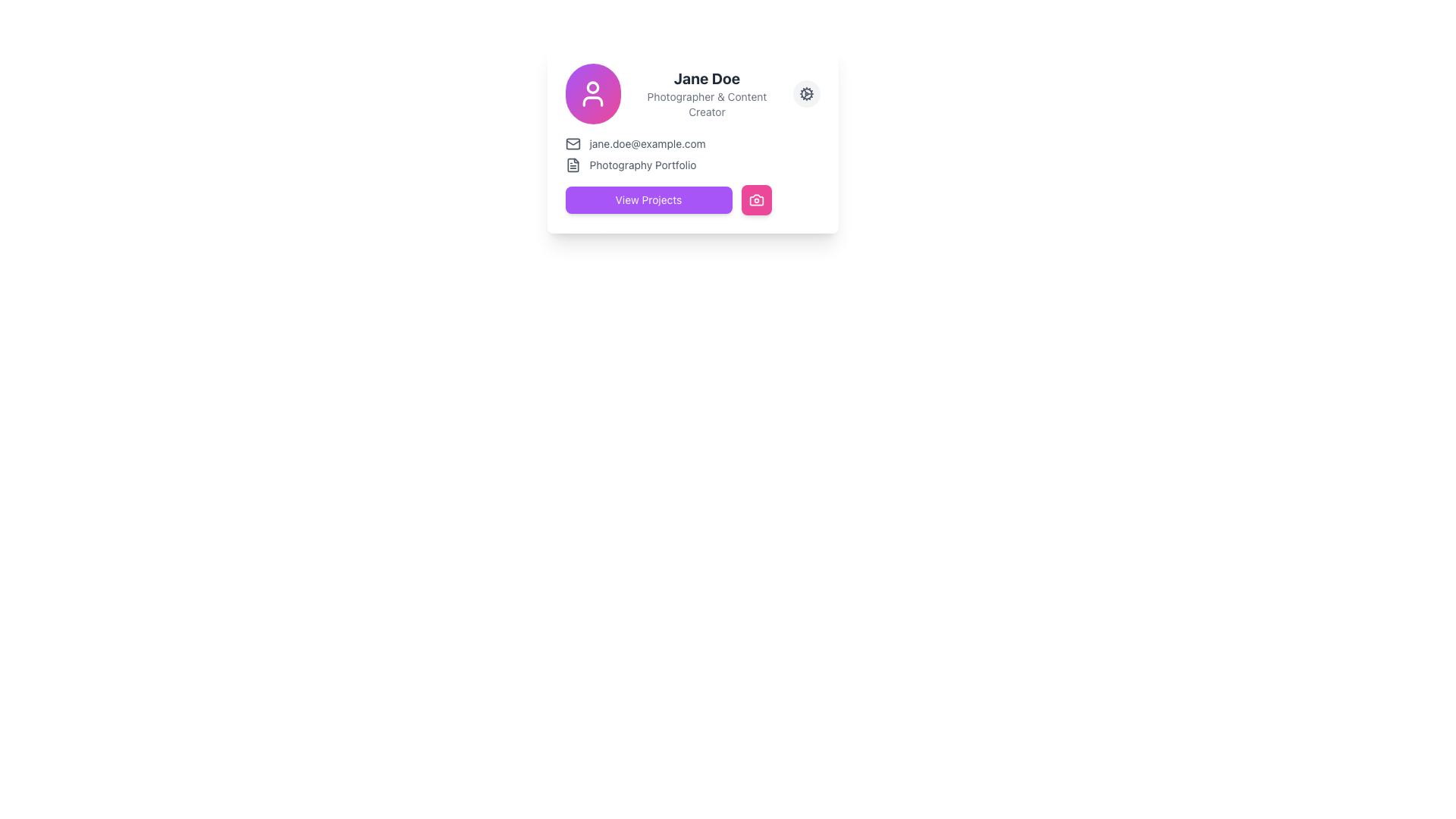  I want to click on the static text UI element displaying 'Jane Doe' and 'Photographer & Content Creator', located in the central right section of the card-like component, so click(706, 93).